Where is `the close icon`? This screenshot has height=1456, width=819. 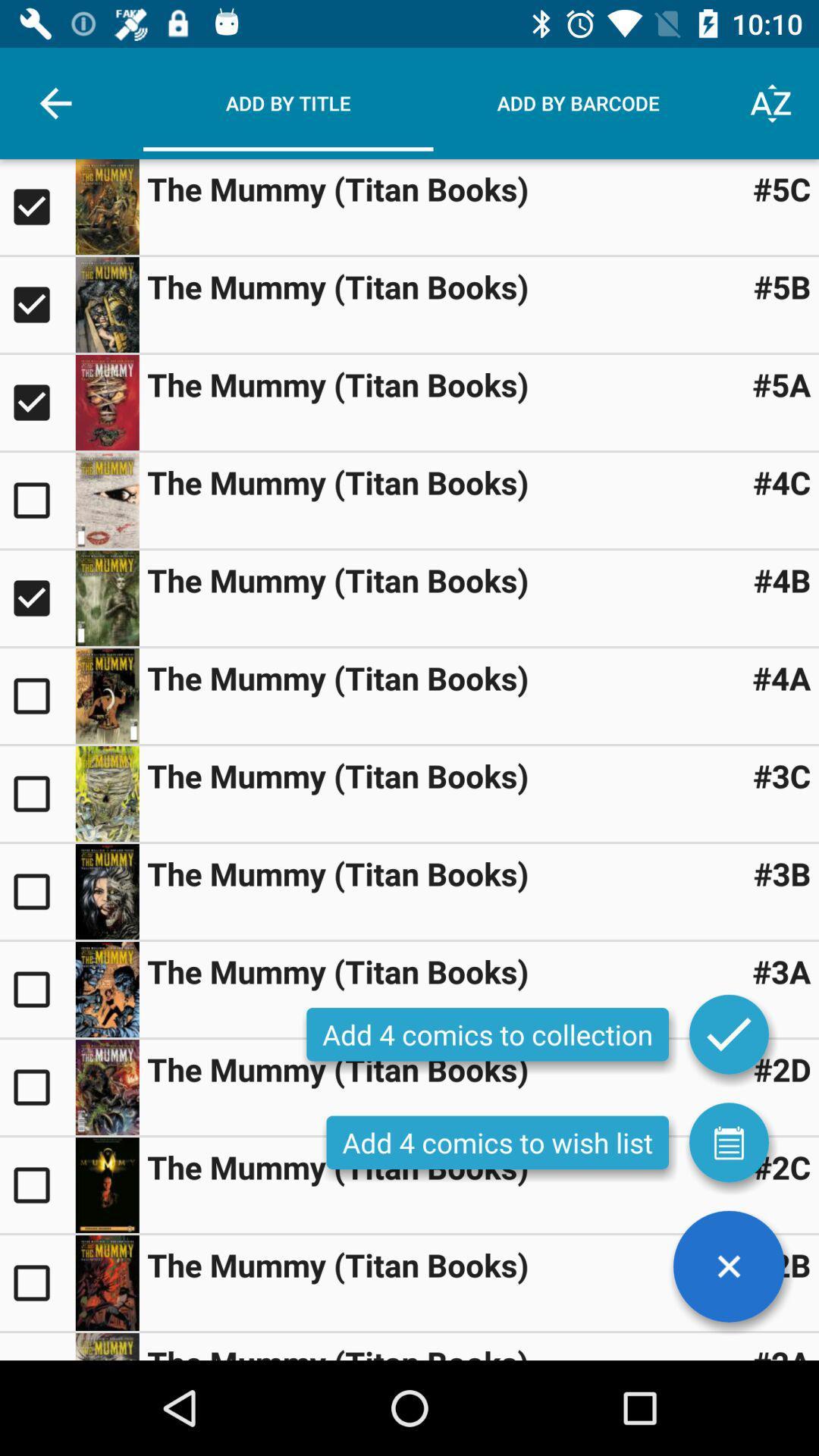 the close icon is located at coordinates (728, 1266).